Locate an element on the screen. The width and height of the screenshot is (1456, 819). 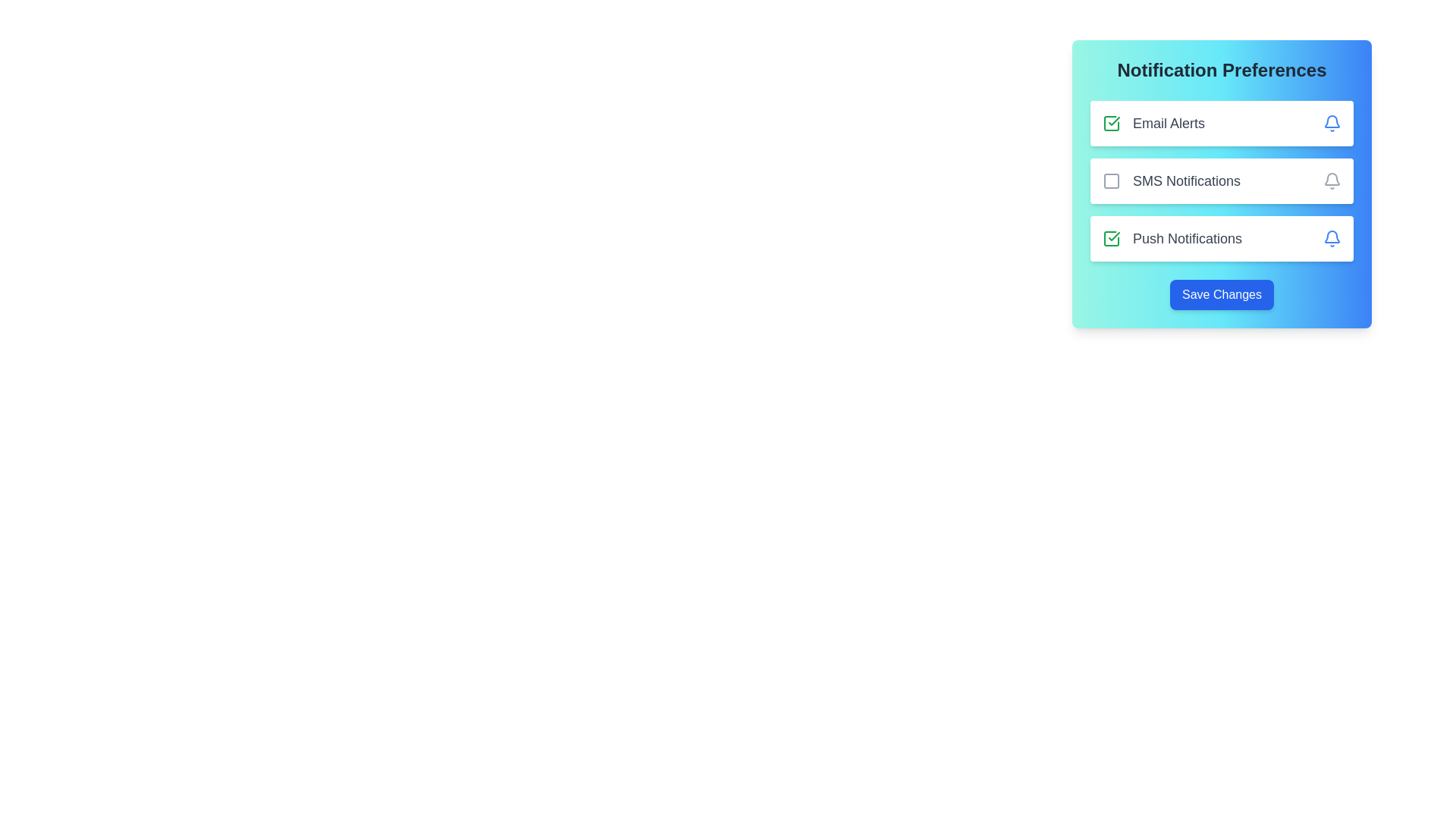
the text label displaying 'SMS Notifications' which is in gray color, bold, and medium-sized font, located between a checkbox and a bell icon is located at coordinates (1185, 180).